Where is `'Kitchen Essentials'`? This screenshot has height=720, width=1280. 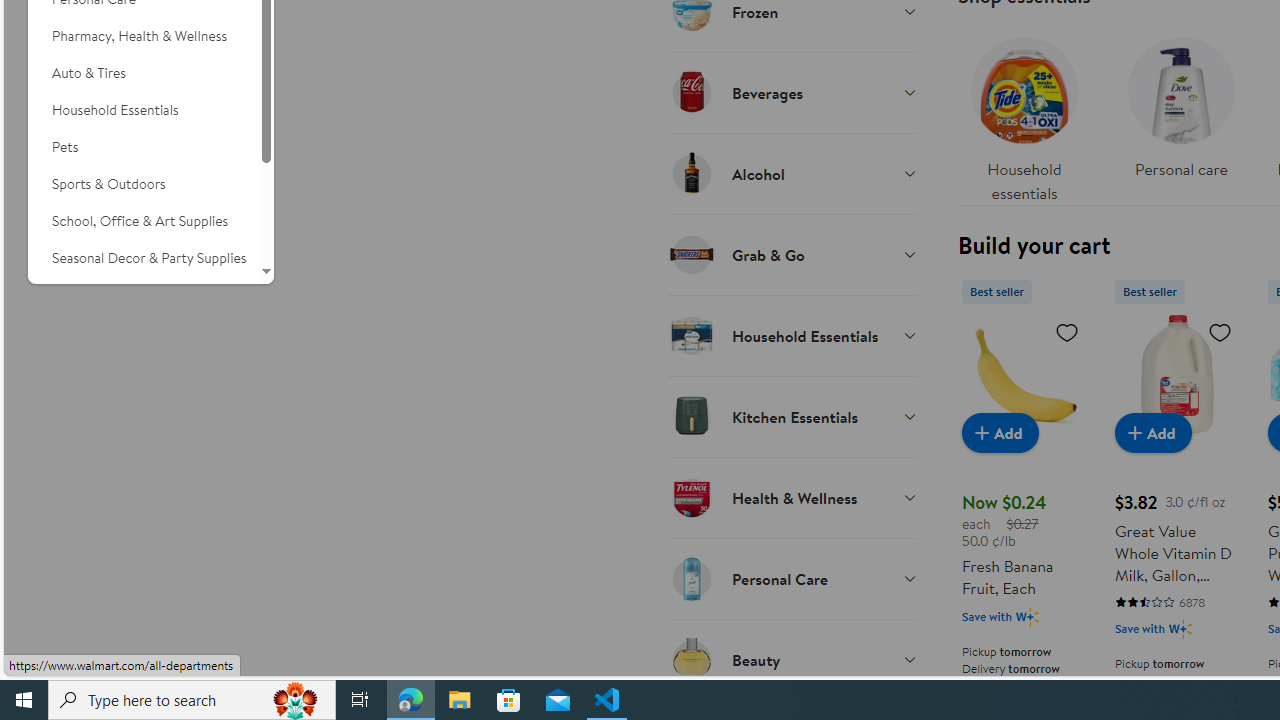 'Kitchen Essentials' is located at coordinates (791, 415).